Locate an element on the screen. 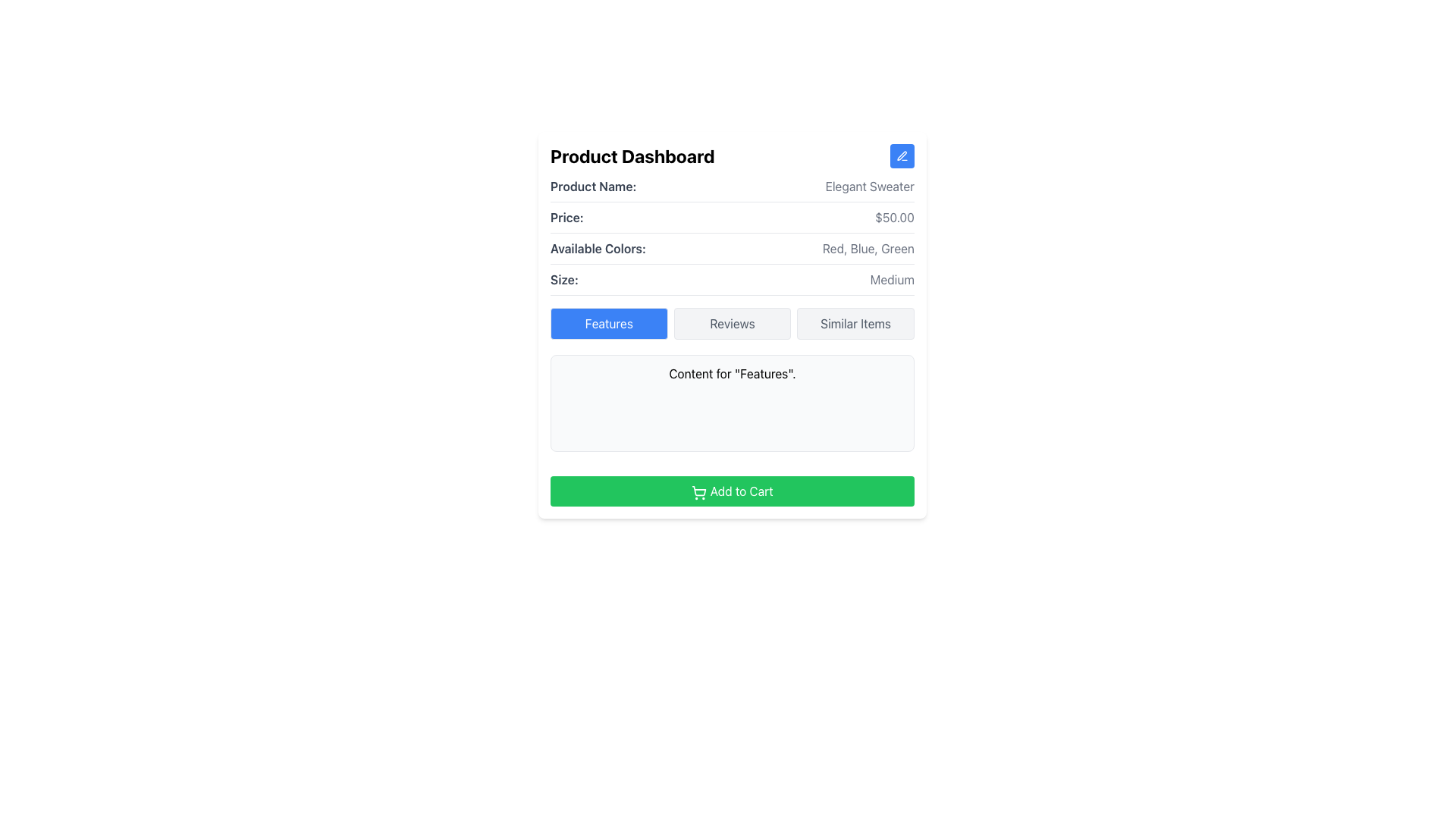  the pen icon located within a blue square button is located at coordinates (902, 155).